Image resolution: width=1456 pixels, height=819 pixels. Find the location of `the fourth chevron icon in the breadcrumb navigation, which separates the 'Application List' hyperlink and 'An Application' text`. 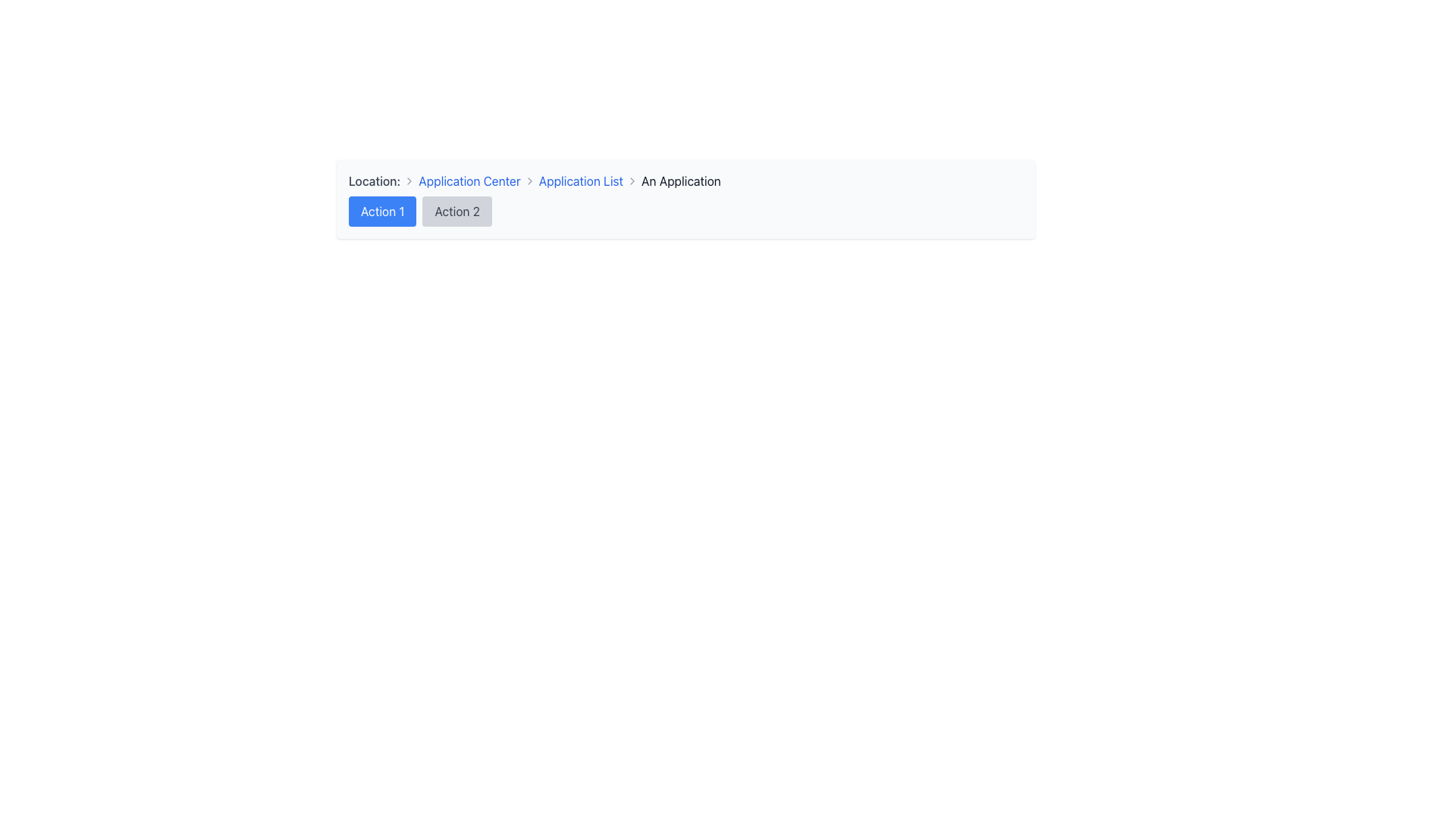

the fourth chevron icon in the breadcrumb navigation, which separates the 'Application List' hyperlink and 'An Application' text is located at coordinates (632, 180).